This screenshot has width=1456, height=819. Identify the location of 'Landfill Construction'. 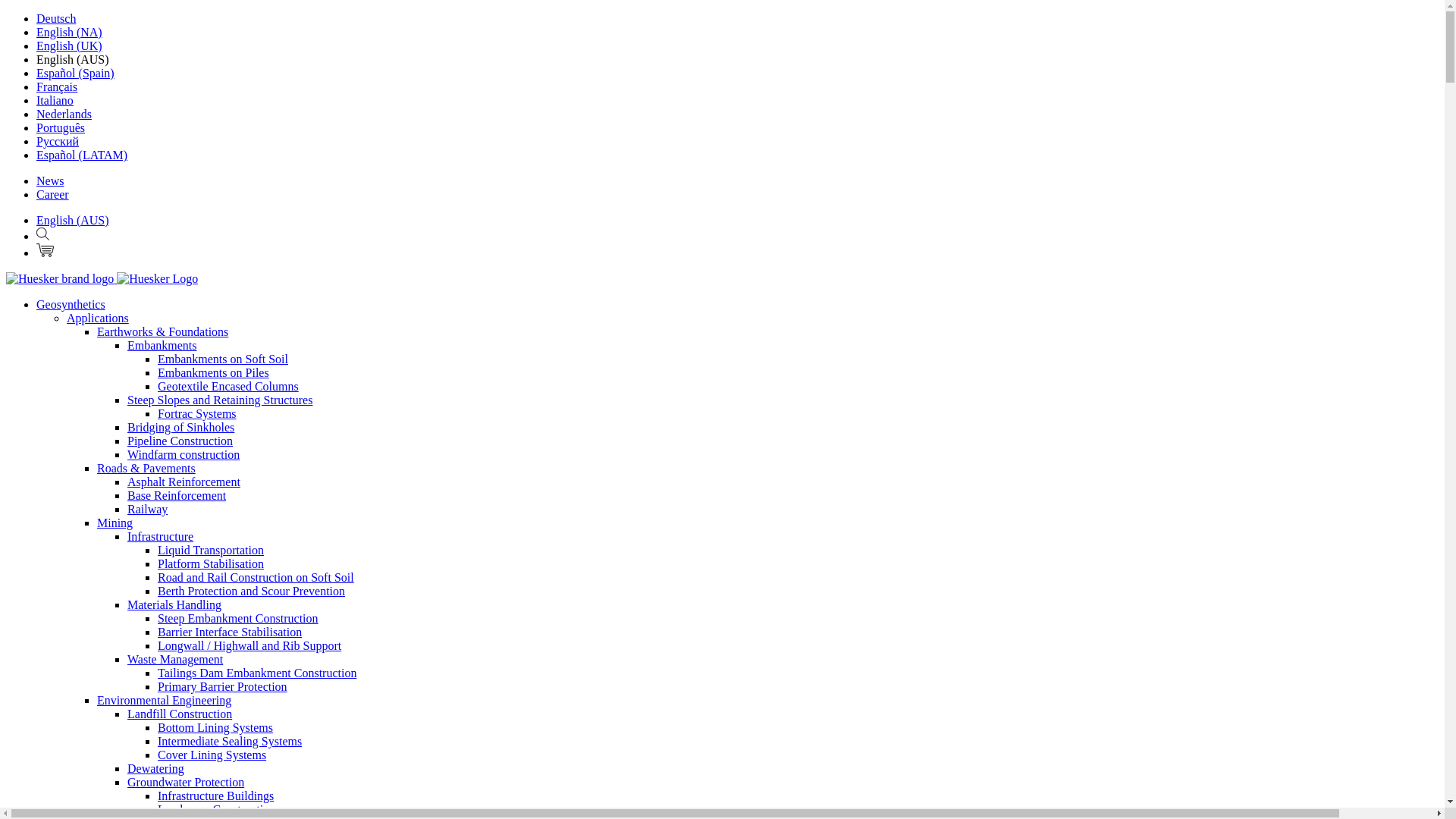
(179, 714).